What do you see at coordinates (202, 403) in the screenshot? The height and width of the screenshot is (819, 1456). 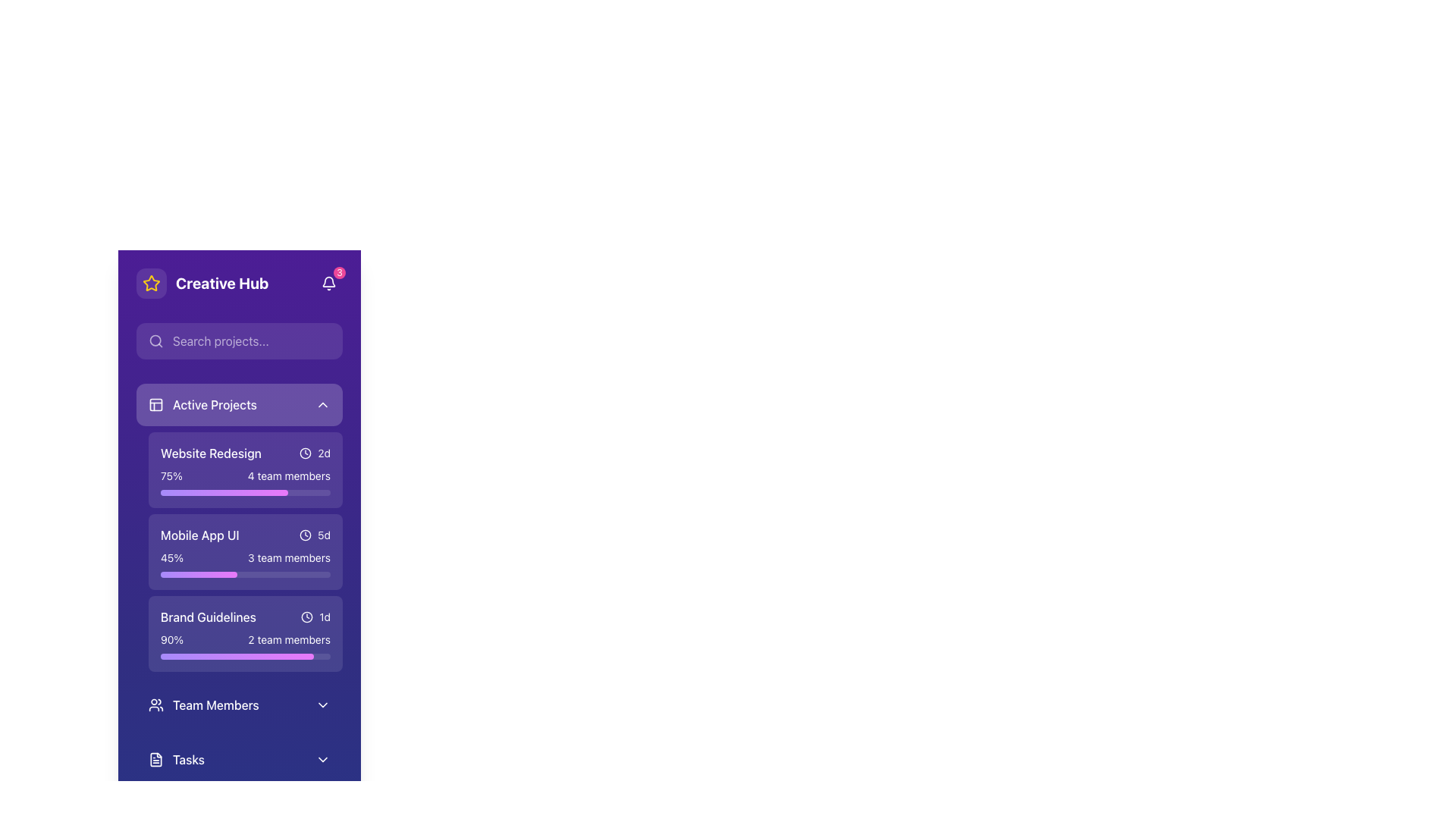 I see `the labeled category header for active projects in the sidebar` at bounding box center [202, 403].